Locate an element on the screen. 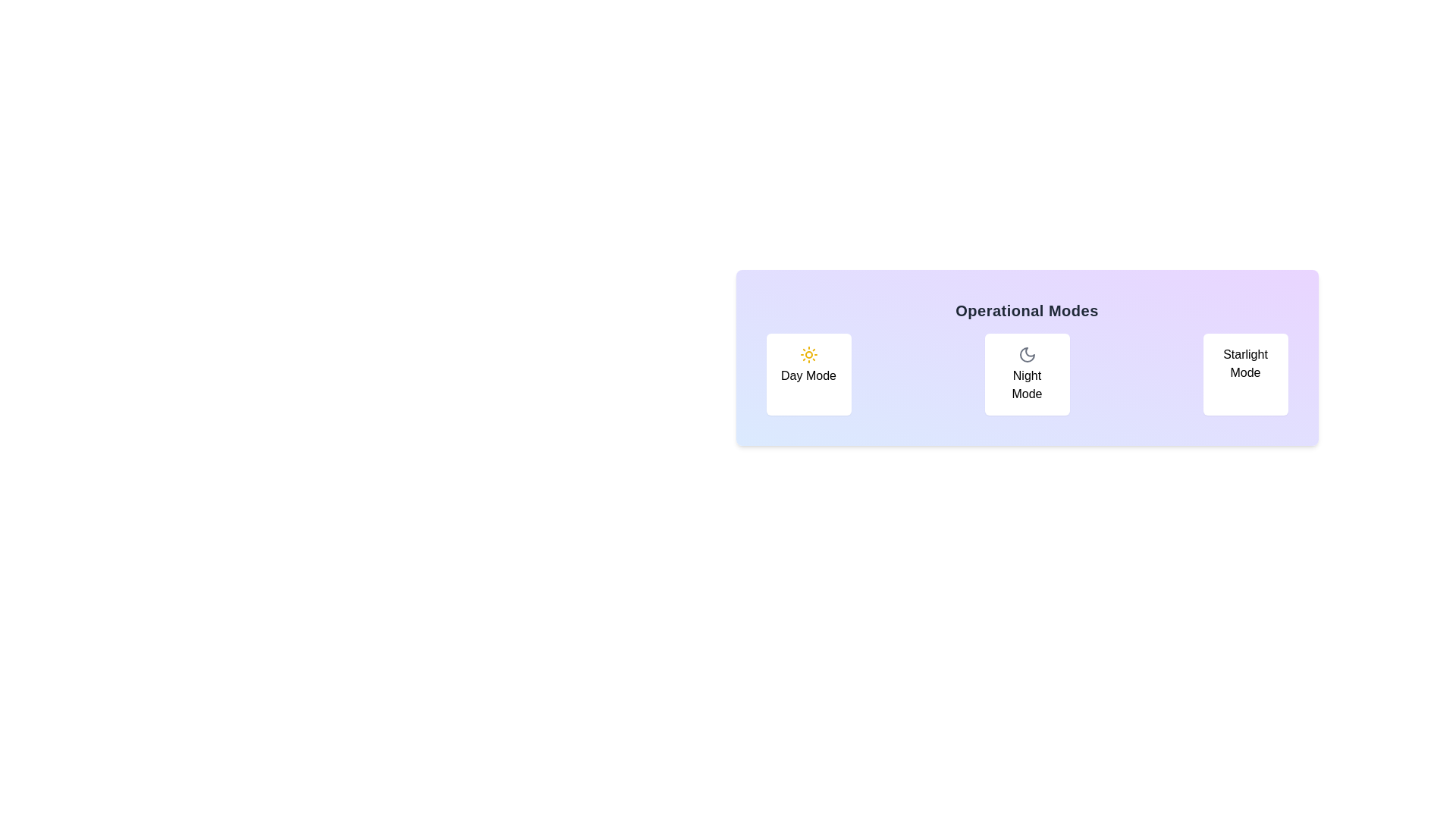 This screenshot has width=1456, height=819. the button labeled Night Mode to observe the hover effect is located at coordinates (1027, 374).